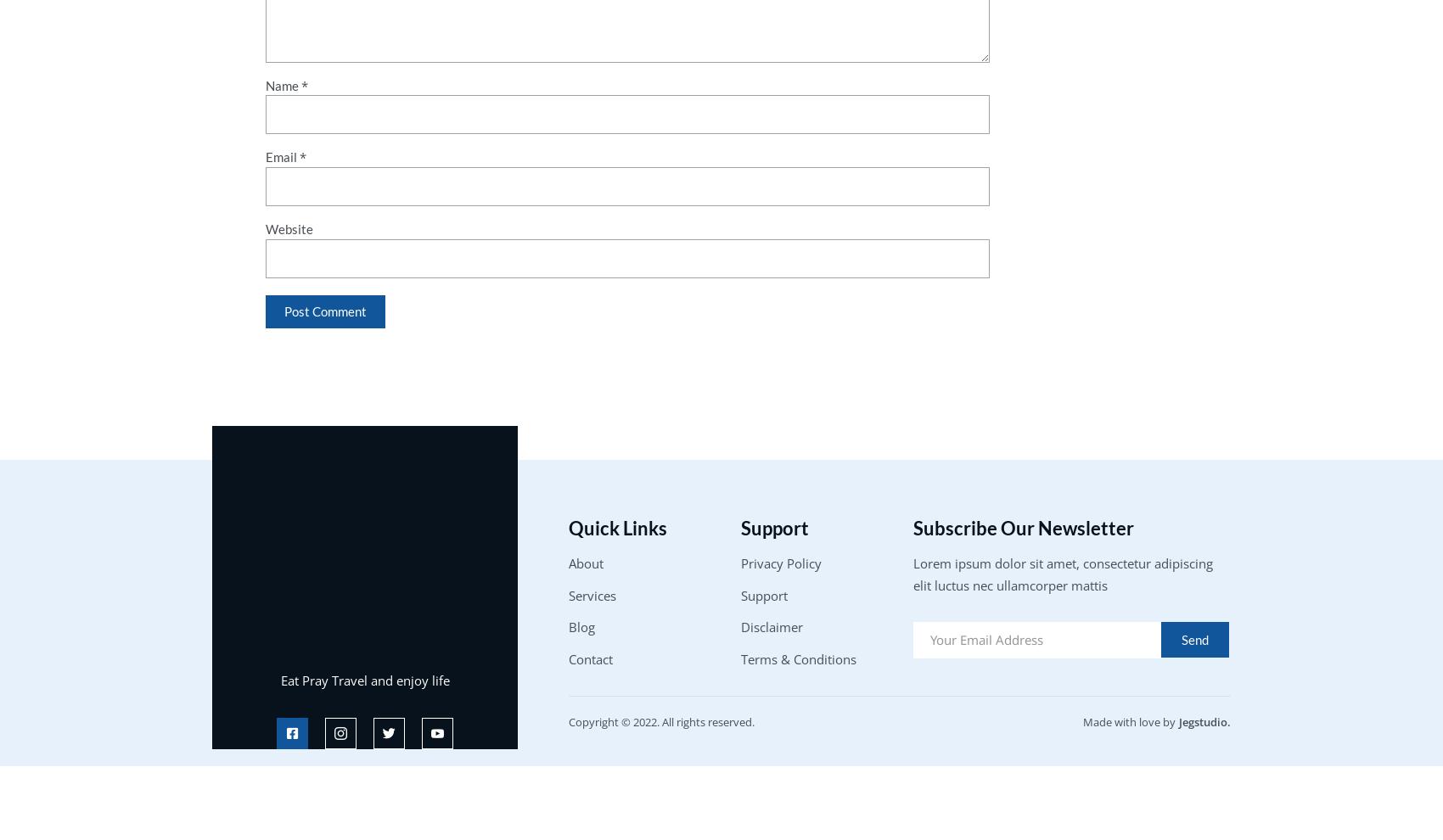 This screenshot has height=840, width=1443. Describe the element at coordinates (771, 626) in the screenshot. I see `'Disclaimer'` at that location.